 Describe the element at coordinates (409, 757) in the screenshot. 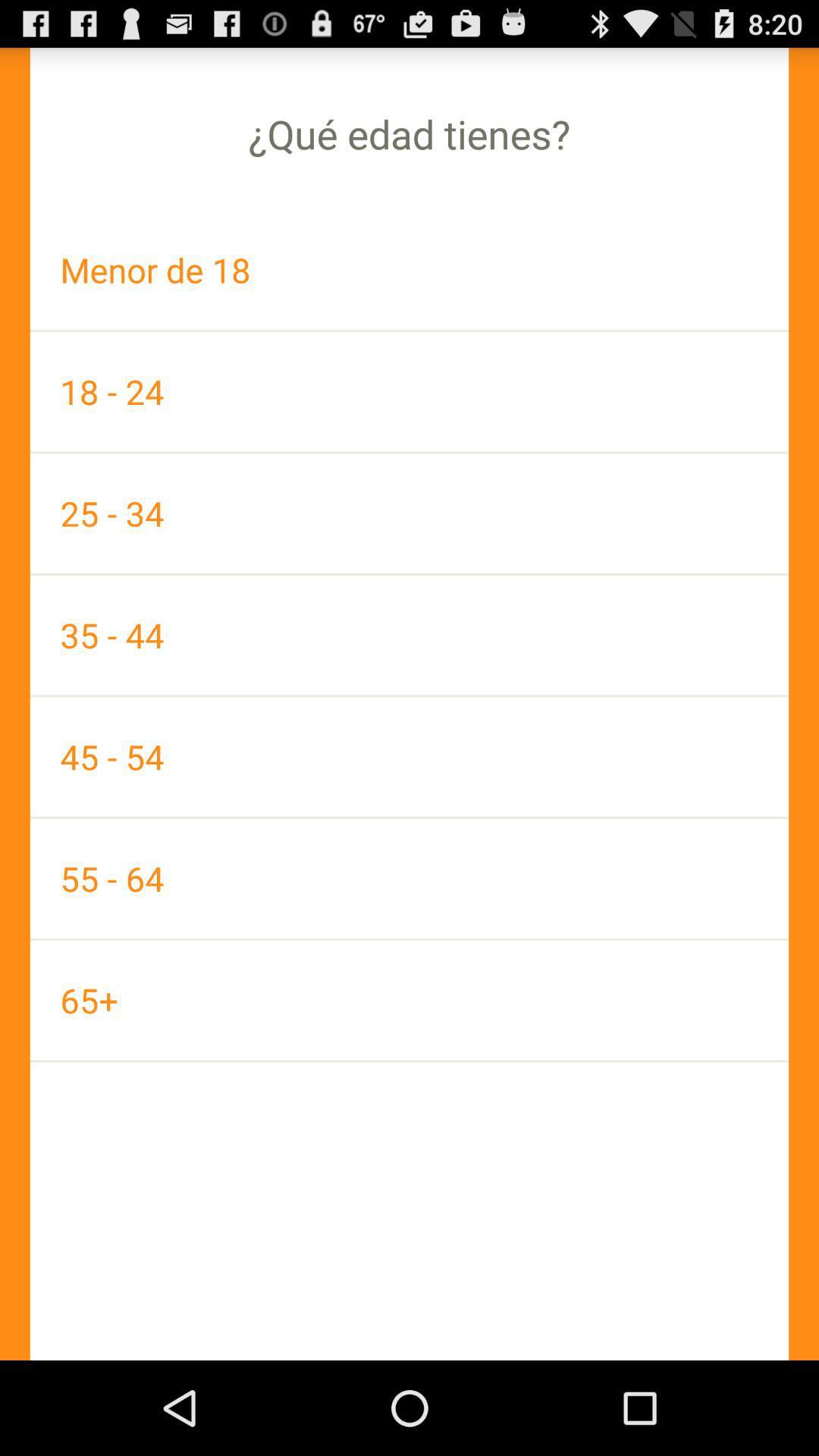

I see `the 45 - 54` at that location.